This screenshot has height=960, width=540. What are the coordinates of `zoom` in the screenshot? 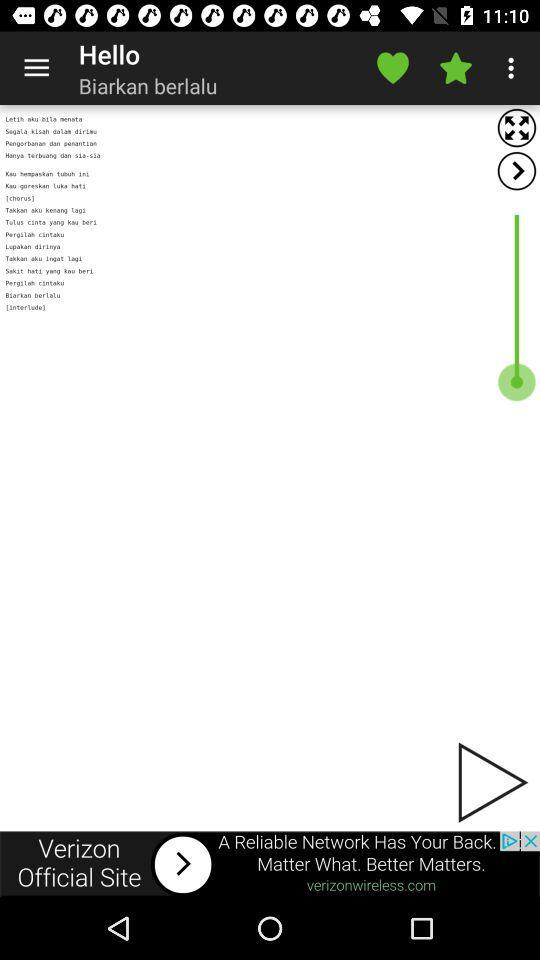 It's located at (516, 127).